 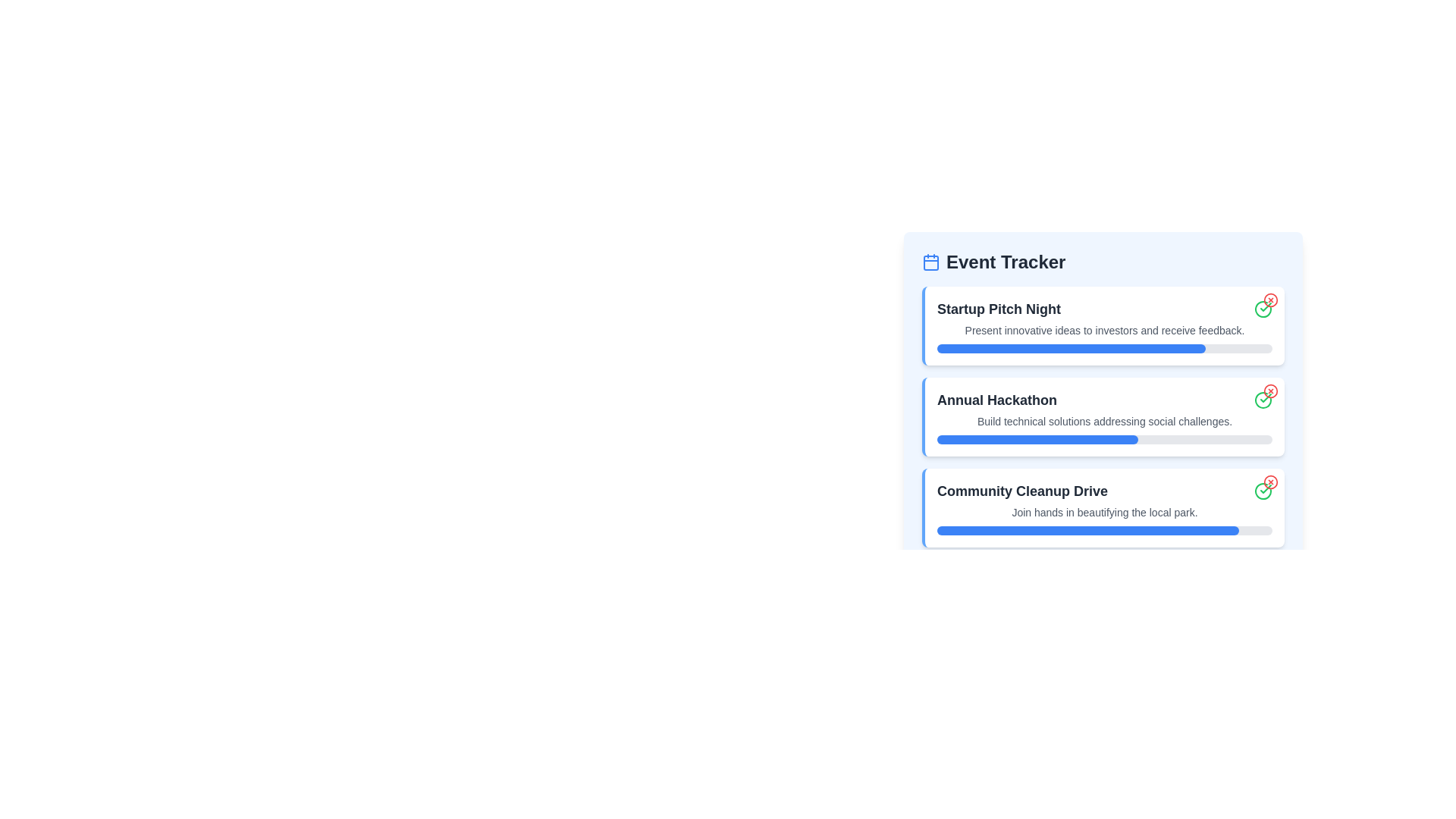 What do you see at coordinates (1270, 300) in the screenshot?
I see `the red hollow circular icon located in the top-right corner of the 'Startup Pitch Night' section of the 'Event Tracker' interface` at bounding box center [1270, 300].